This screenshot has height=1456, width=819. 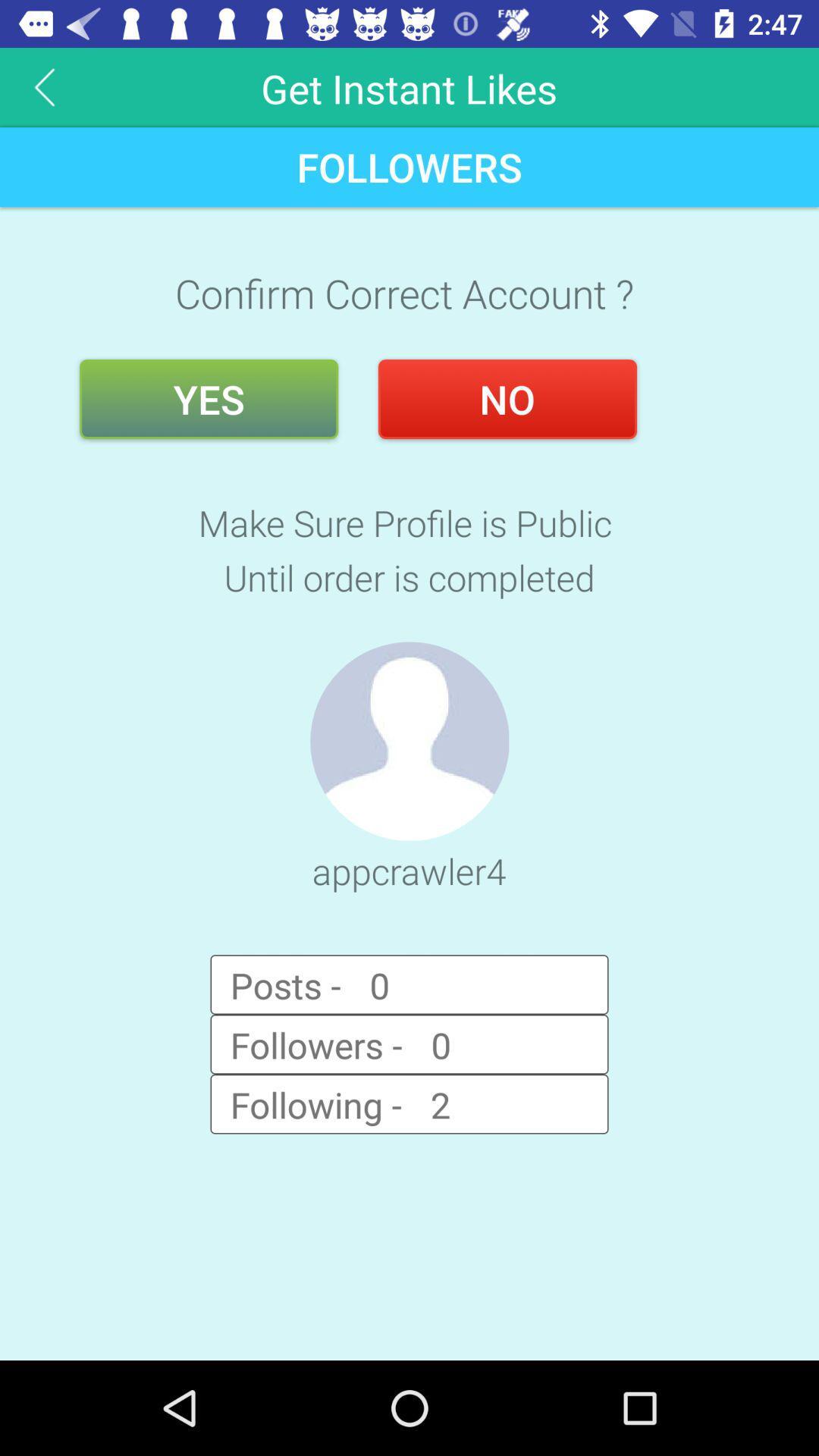 I want to click on app above the make sure profile item, so click(x=209, y=399).